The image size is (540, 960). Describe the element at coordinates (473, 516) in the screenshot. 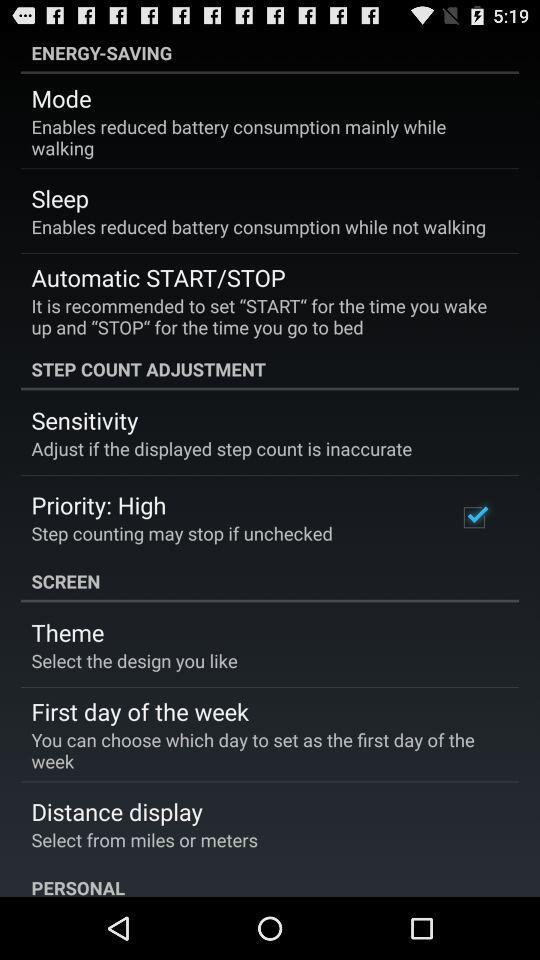

I see `icon on the right` at that location.